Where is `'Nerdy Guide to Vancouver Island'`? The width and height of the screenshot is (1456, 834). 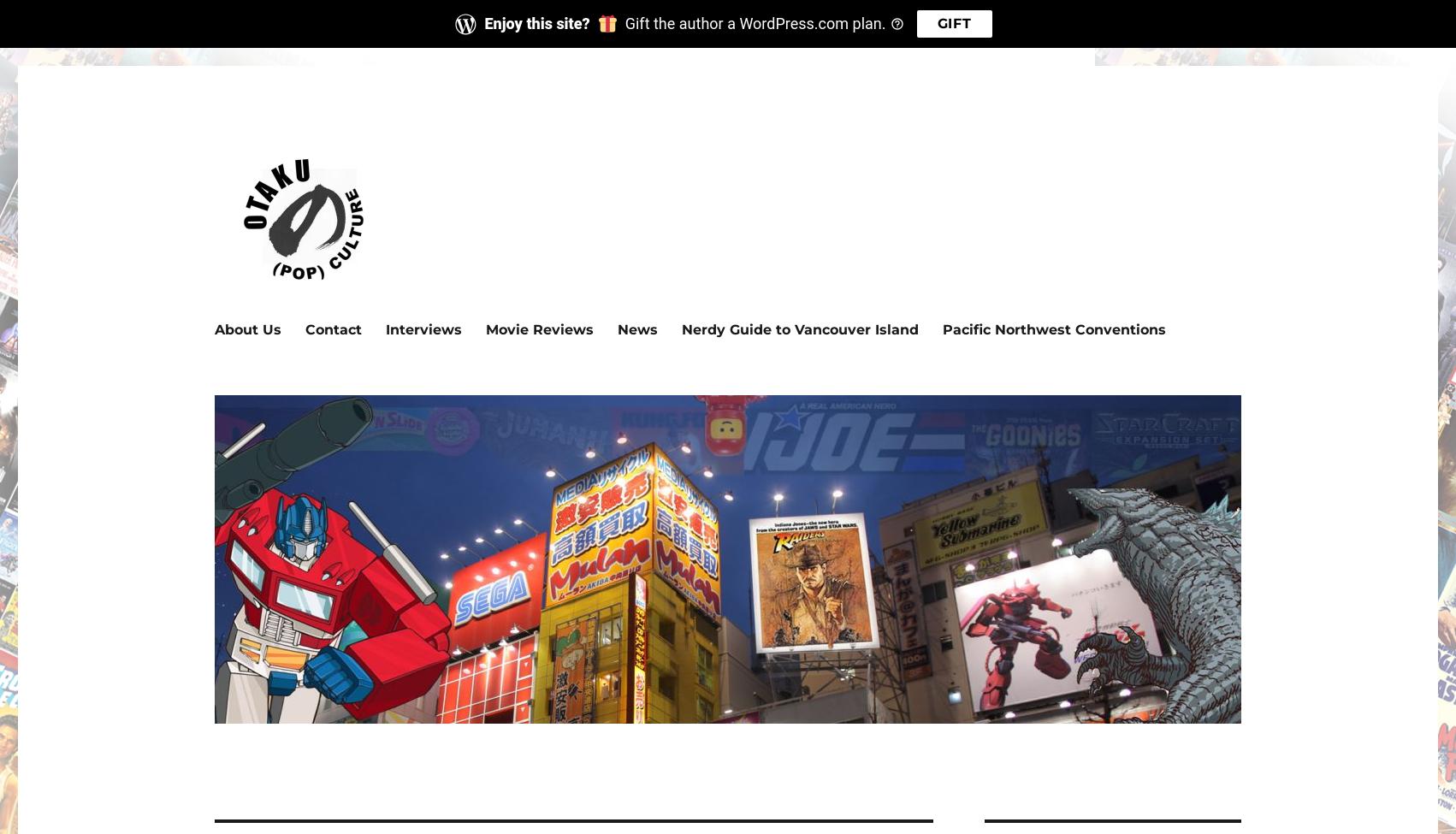
'Nerdy Guide to Vancouver Island' is located at coordinates (800, 328).